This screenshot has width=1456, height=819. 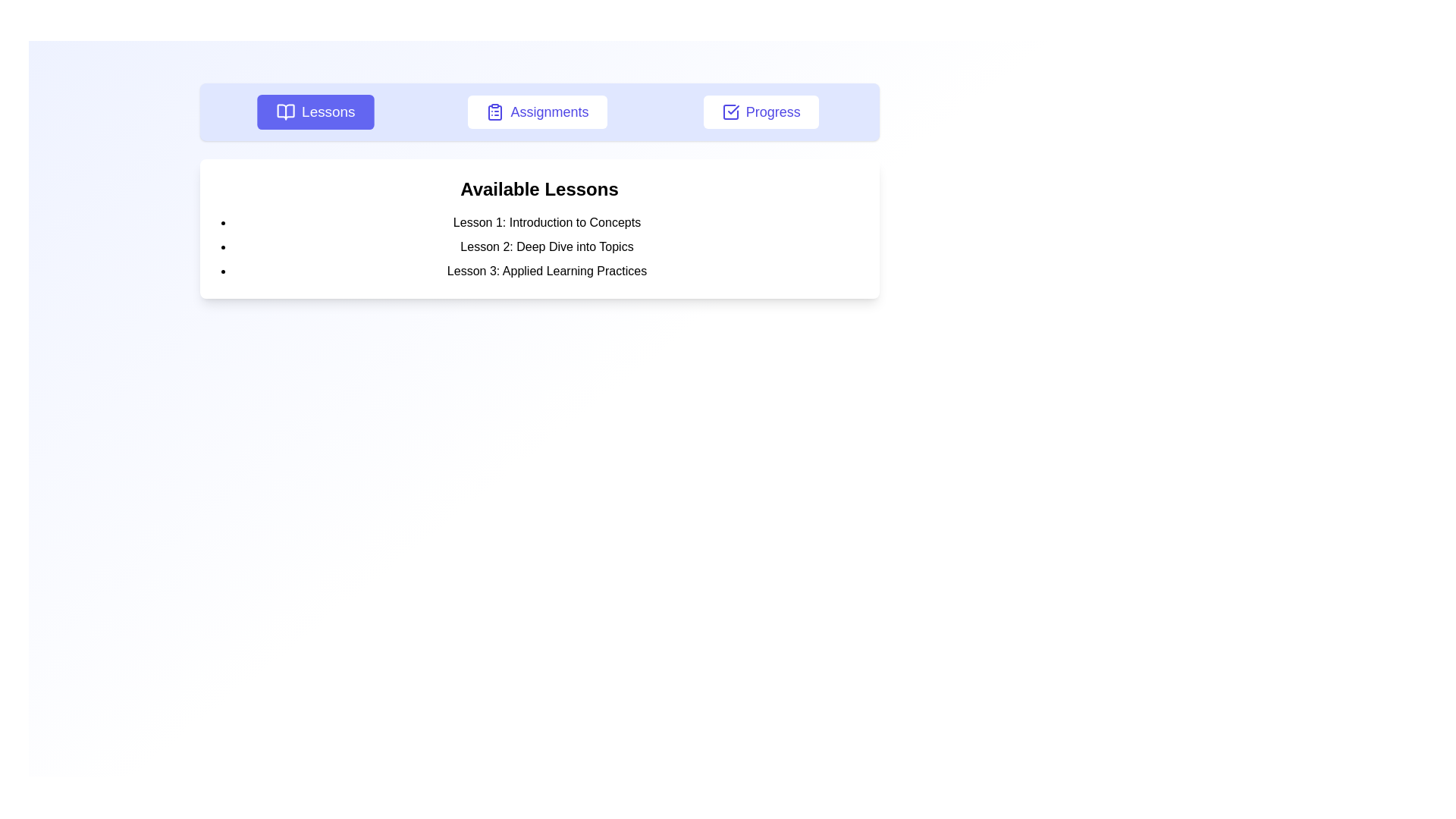 What do you see at coordinates (761, 111) in the screenshot?
I see `the 'Progress' button, which is a rectangular button with rounded corners, featuring a checked square icon and indigo text` at bounding box center [761, 111].